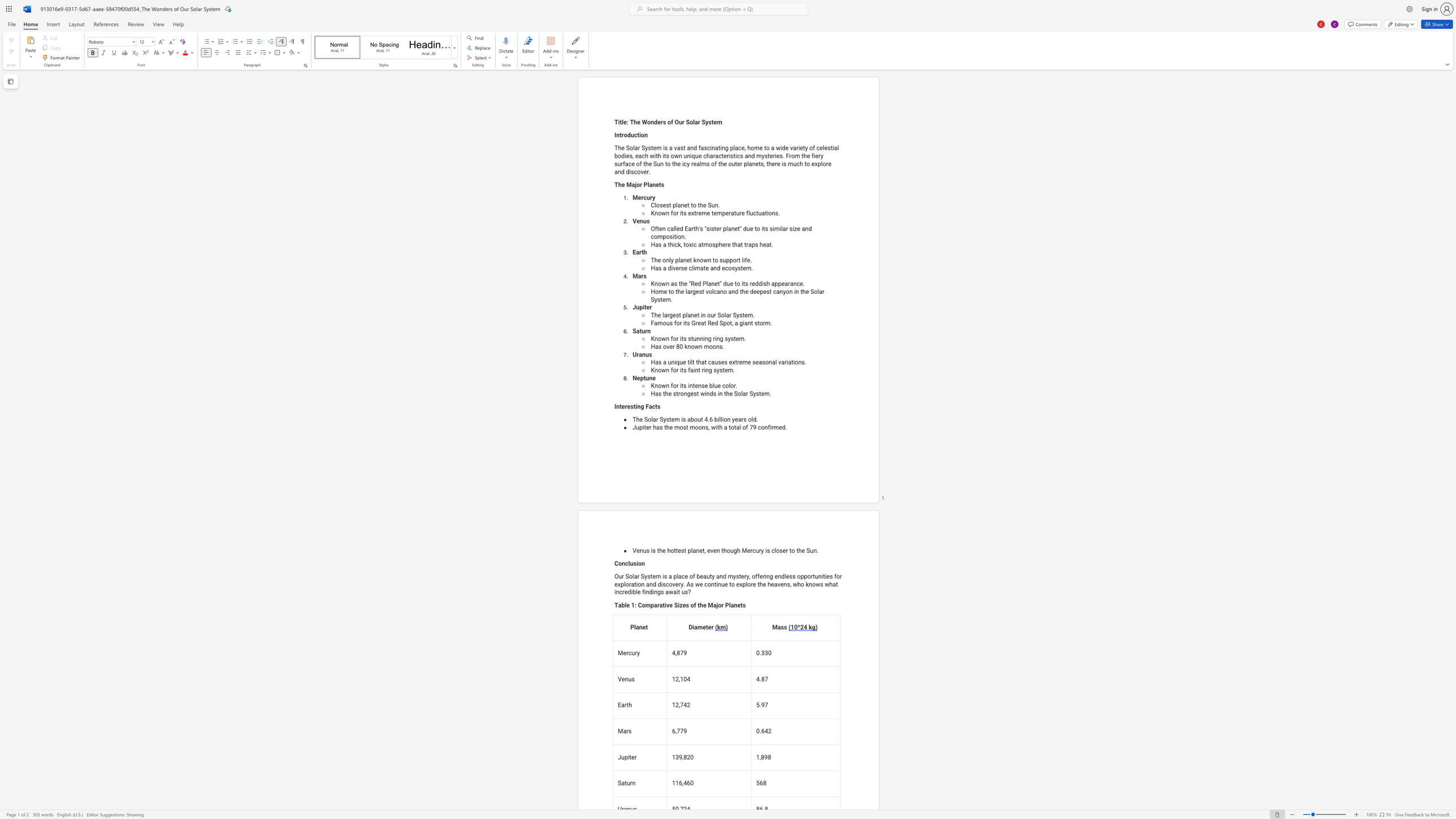  What do you see at coordinates (760, 291) in the screenshot?
I see `the subset text "pest canyon in the Sola" within the text "Home to the largest volcano and the deepest canyon in the Solar System."` at bounding box center [760, 291].